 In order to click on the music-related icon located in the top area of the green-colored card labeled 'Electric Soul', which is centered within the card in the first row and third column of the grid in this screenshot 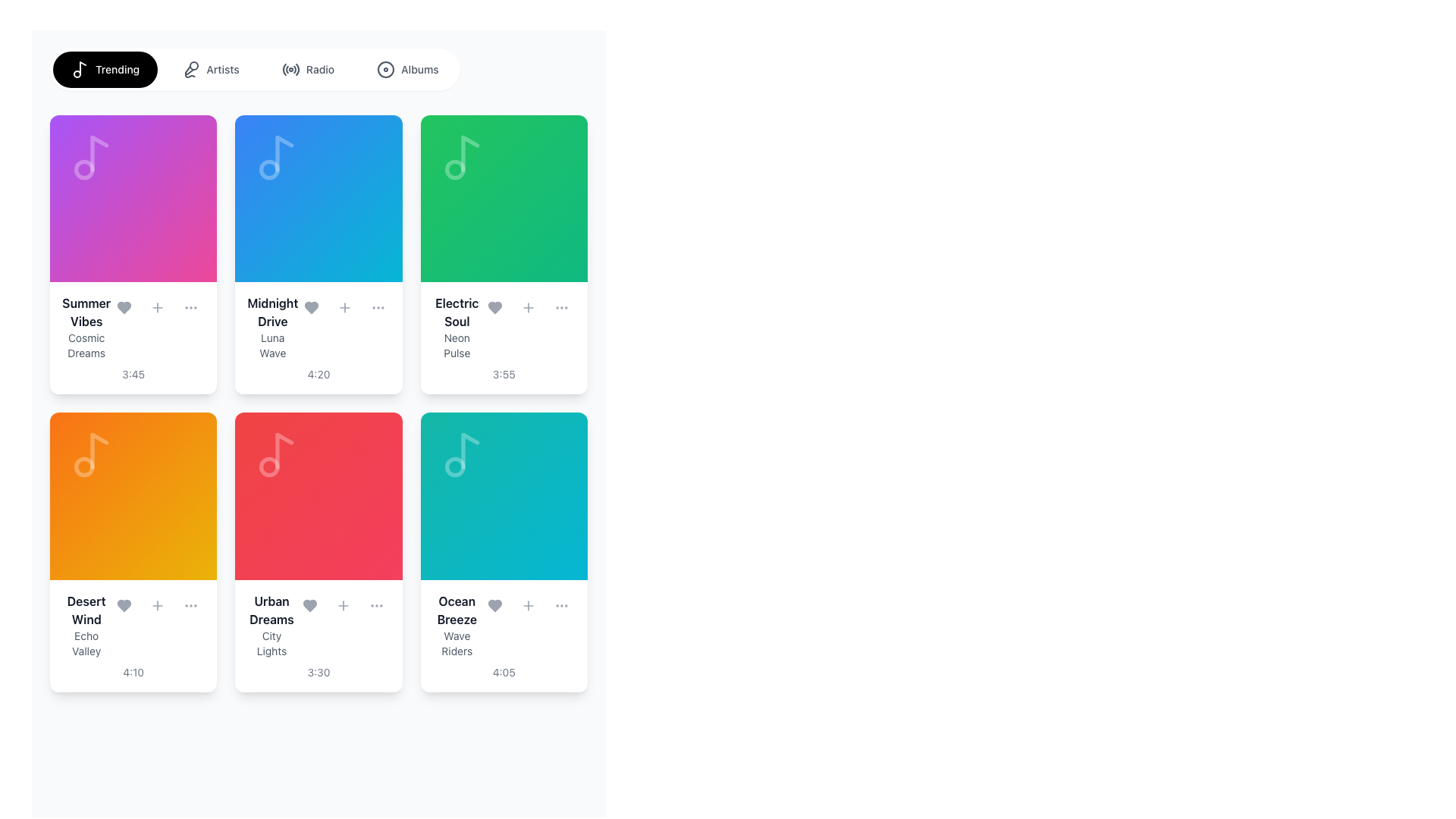, I will do `click(462, 158)`.